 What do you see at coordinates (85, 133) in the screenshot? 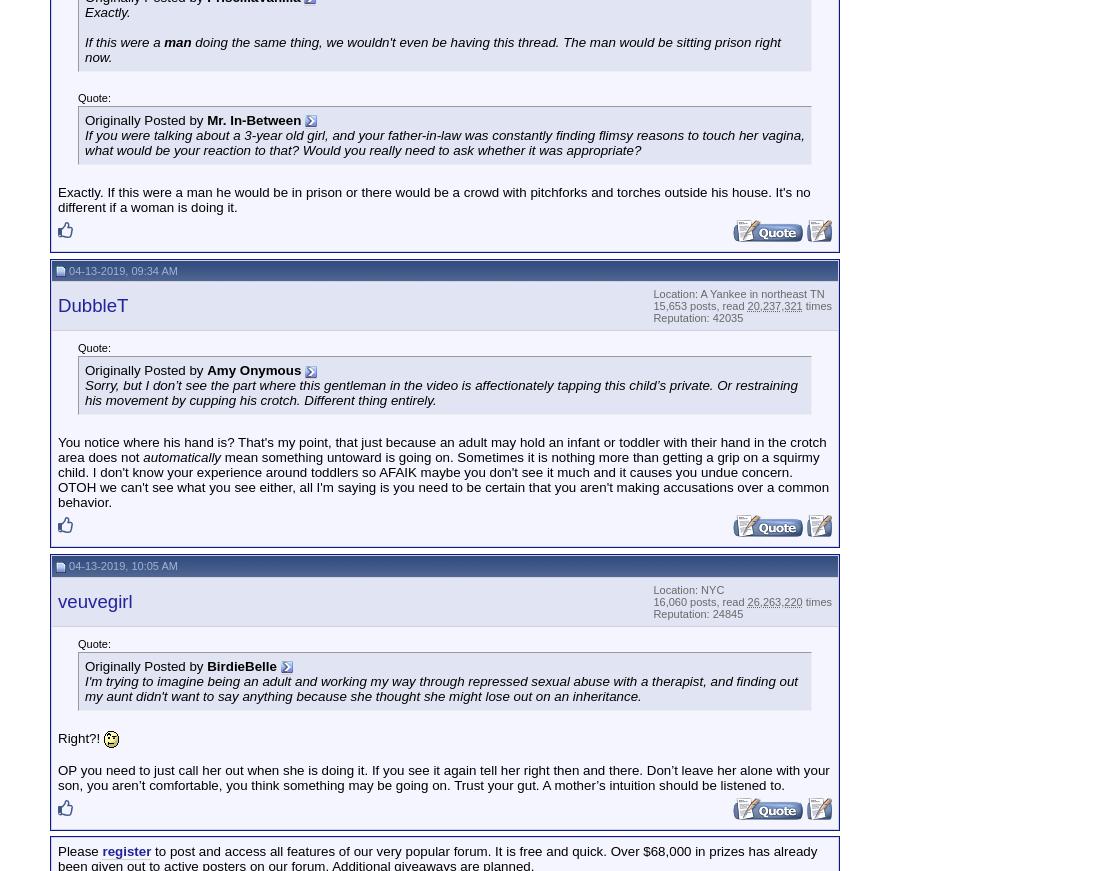
I see `'If you were talking about a 3-year old'` at bounding box center [85, 133].